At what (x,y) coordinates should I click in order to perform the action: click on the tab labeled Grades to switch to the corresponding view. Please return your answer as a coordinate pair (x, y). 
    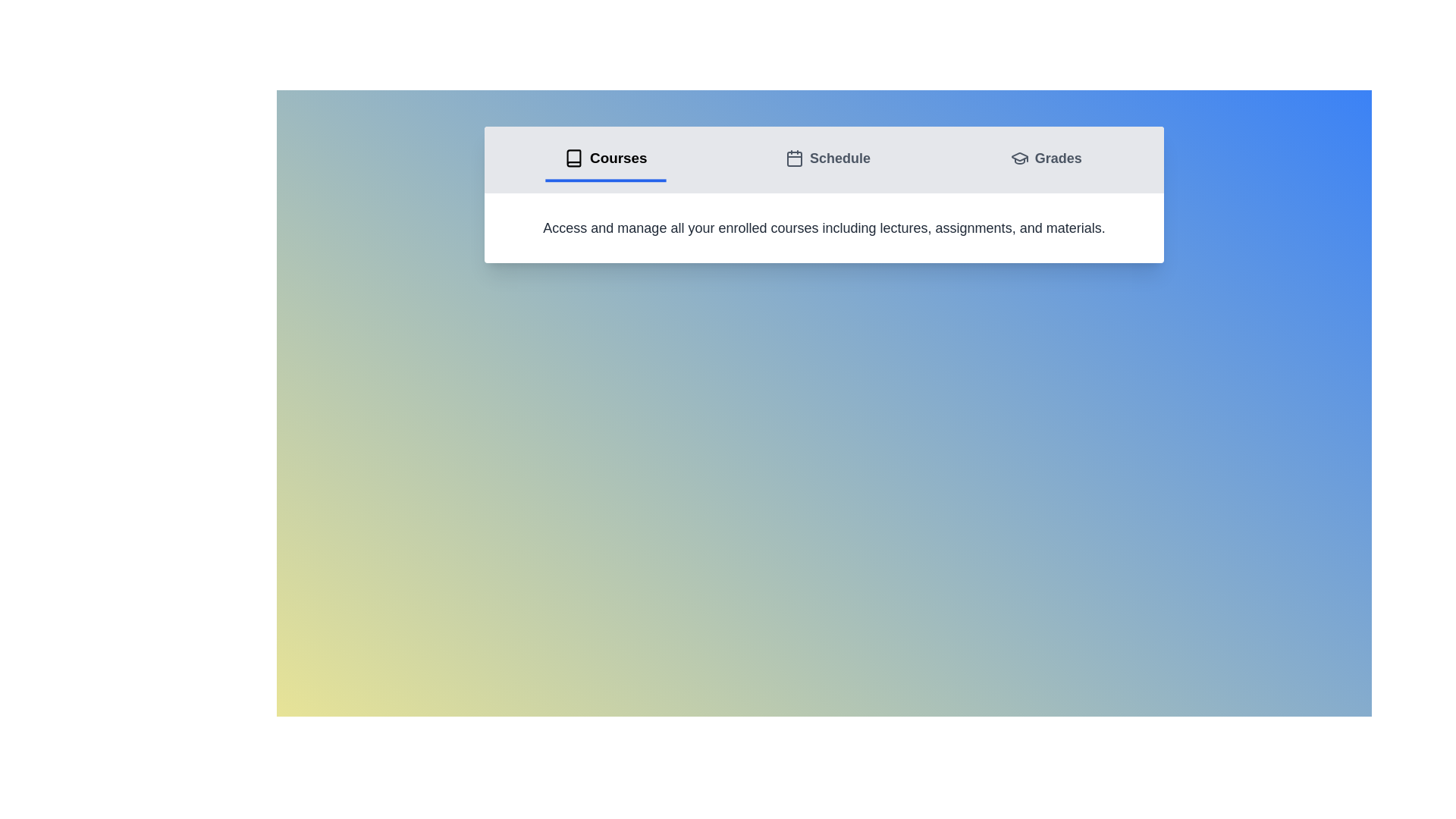
    Looking at the image, I should click on (1045, 160).